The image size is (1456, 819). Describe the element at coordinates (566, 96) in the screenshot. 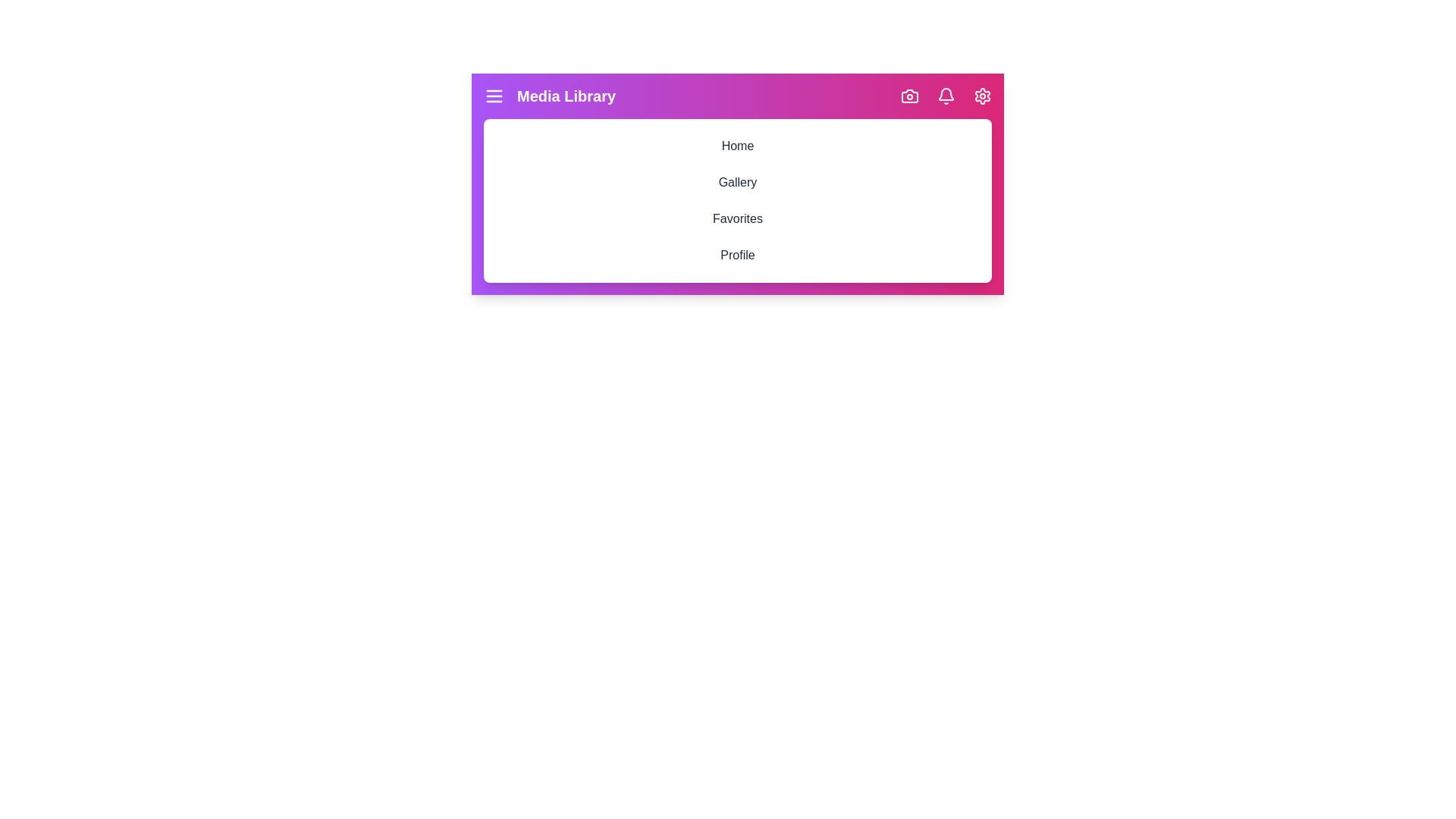

I see `the header text 'Media Library'` at that location.